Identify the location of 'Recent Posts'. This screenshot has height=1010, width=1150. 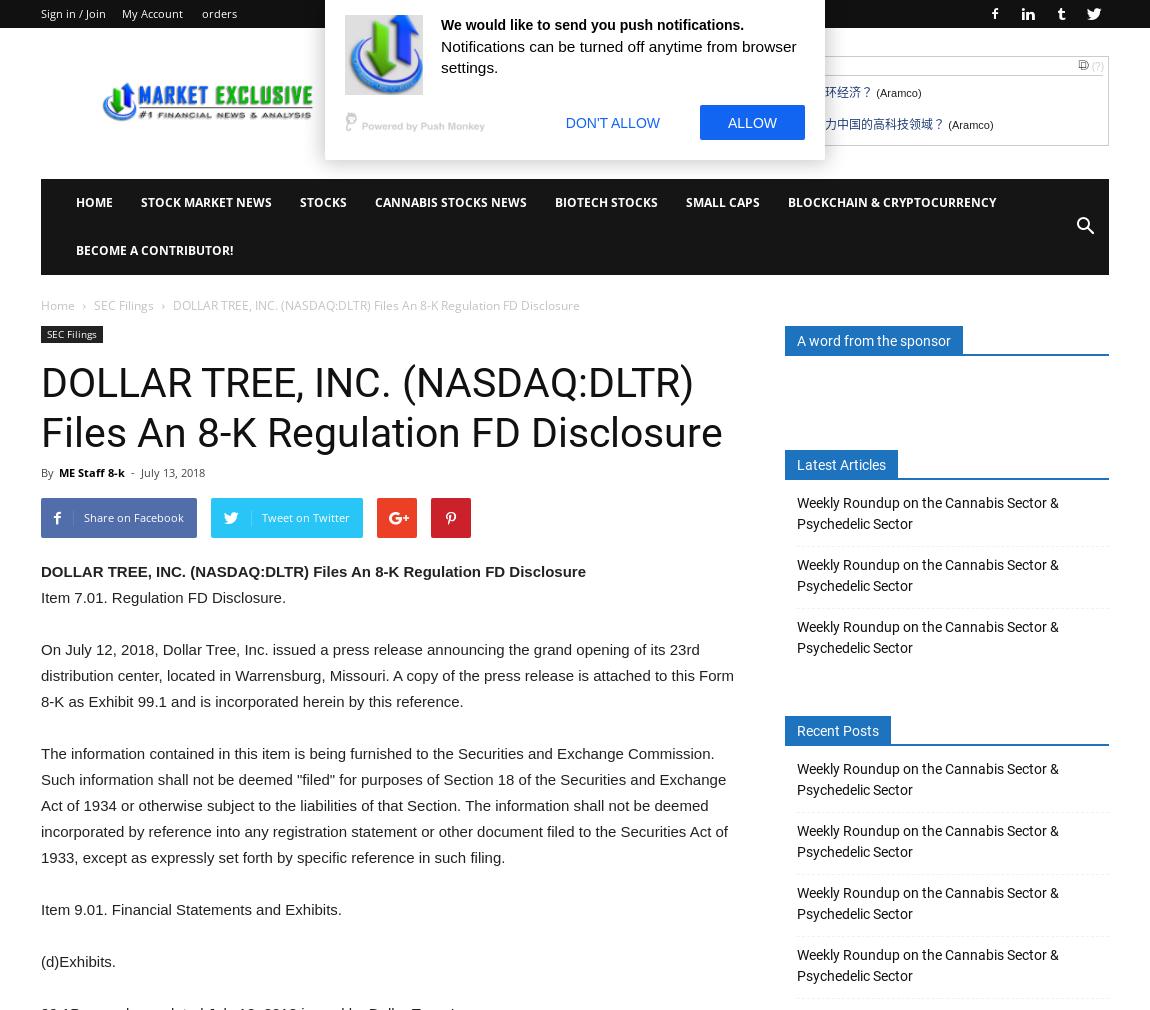
(837, 730).